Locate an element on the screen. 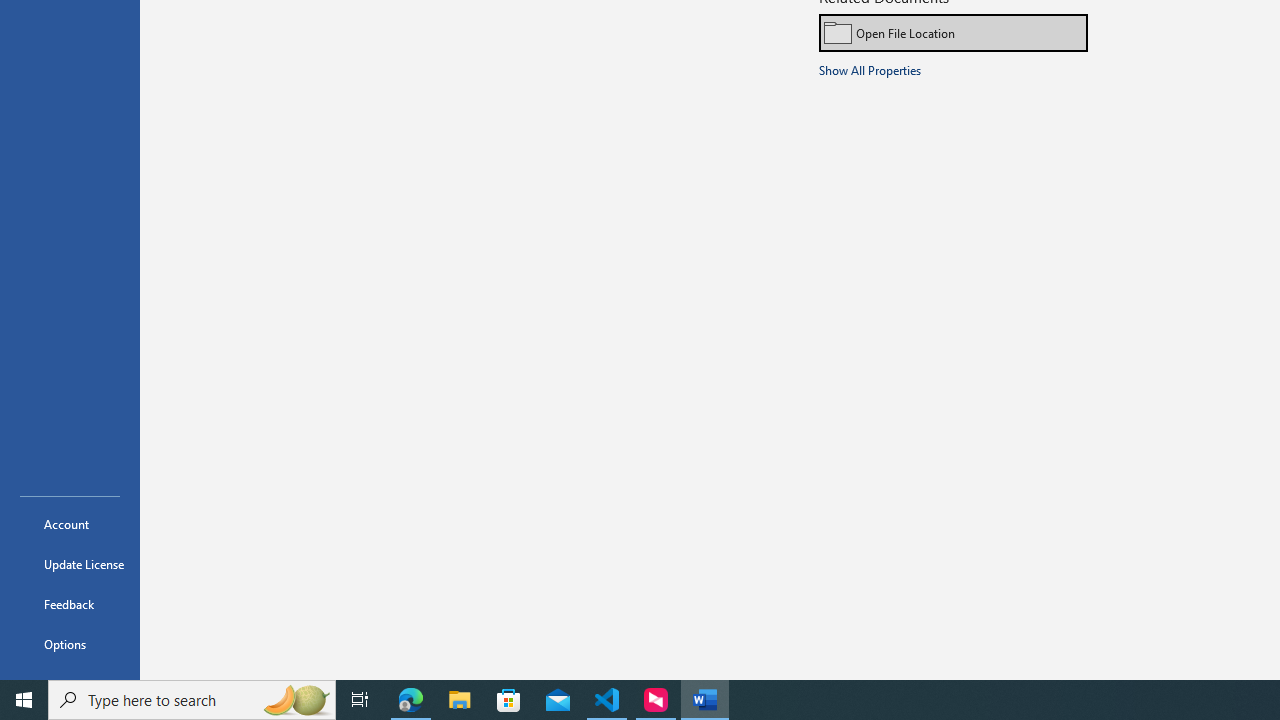 Image resolution: width=1280 pixels, height=720 pixels. 'Show All Properties' is located at coordinates (871, 68).